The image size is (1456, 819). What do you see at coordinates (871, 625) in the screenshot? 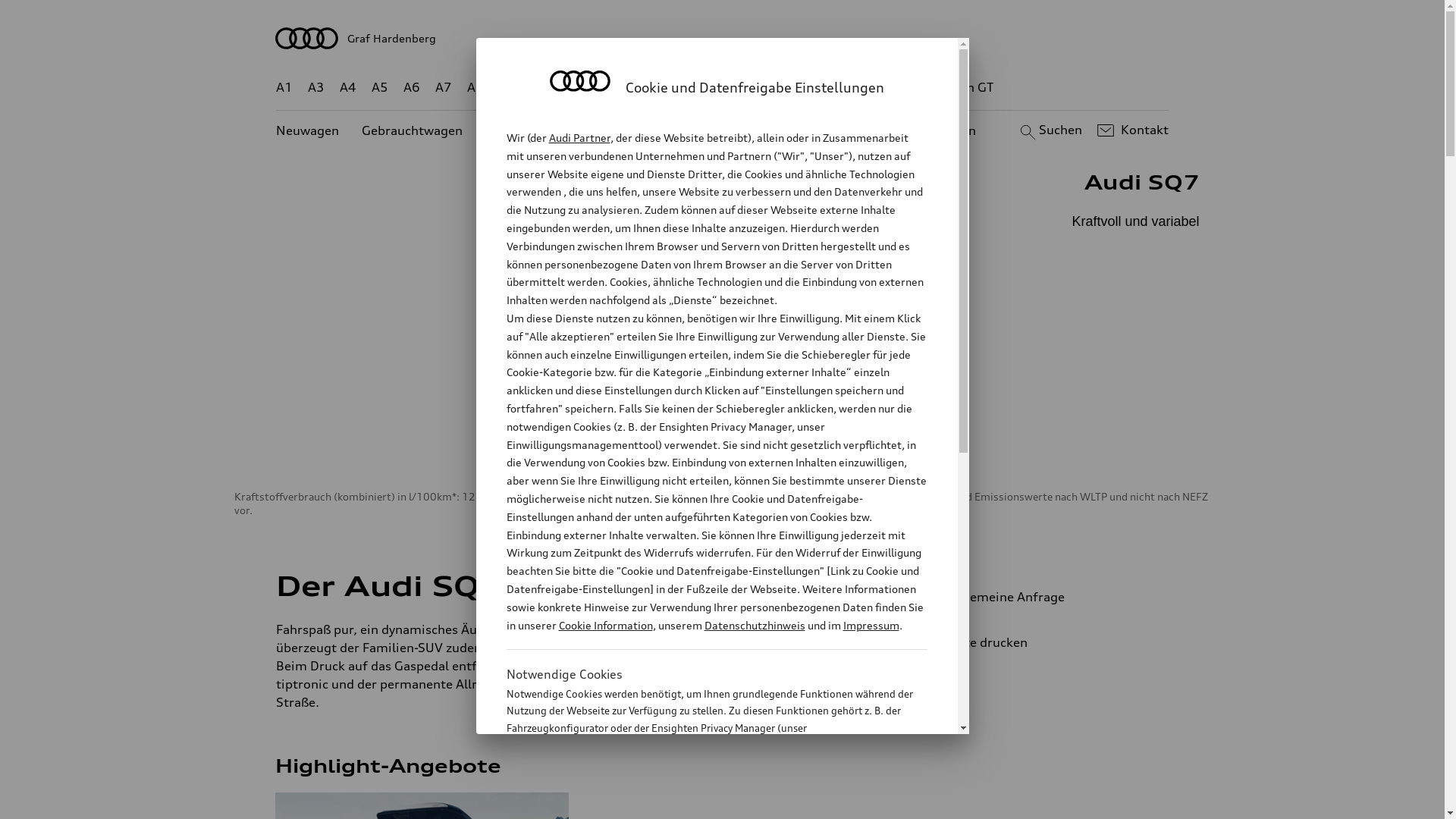
I see `'Impressum'` at bounding box center [871, 625].